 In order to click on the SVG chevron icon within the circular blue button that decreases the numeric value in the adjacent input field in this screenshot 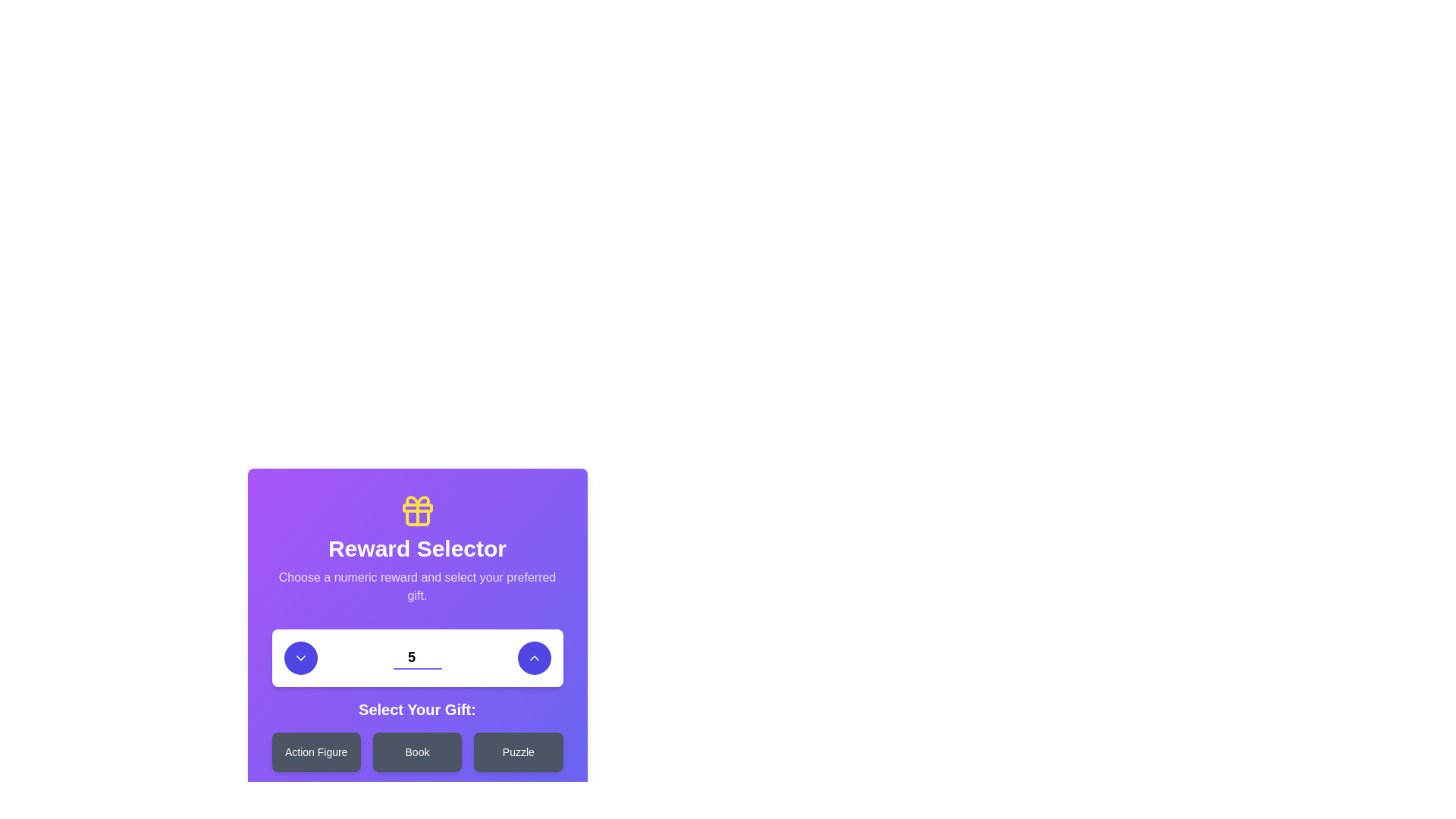, I will do `click(300, 657)`.